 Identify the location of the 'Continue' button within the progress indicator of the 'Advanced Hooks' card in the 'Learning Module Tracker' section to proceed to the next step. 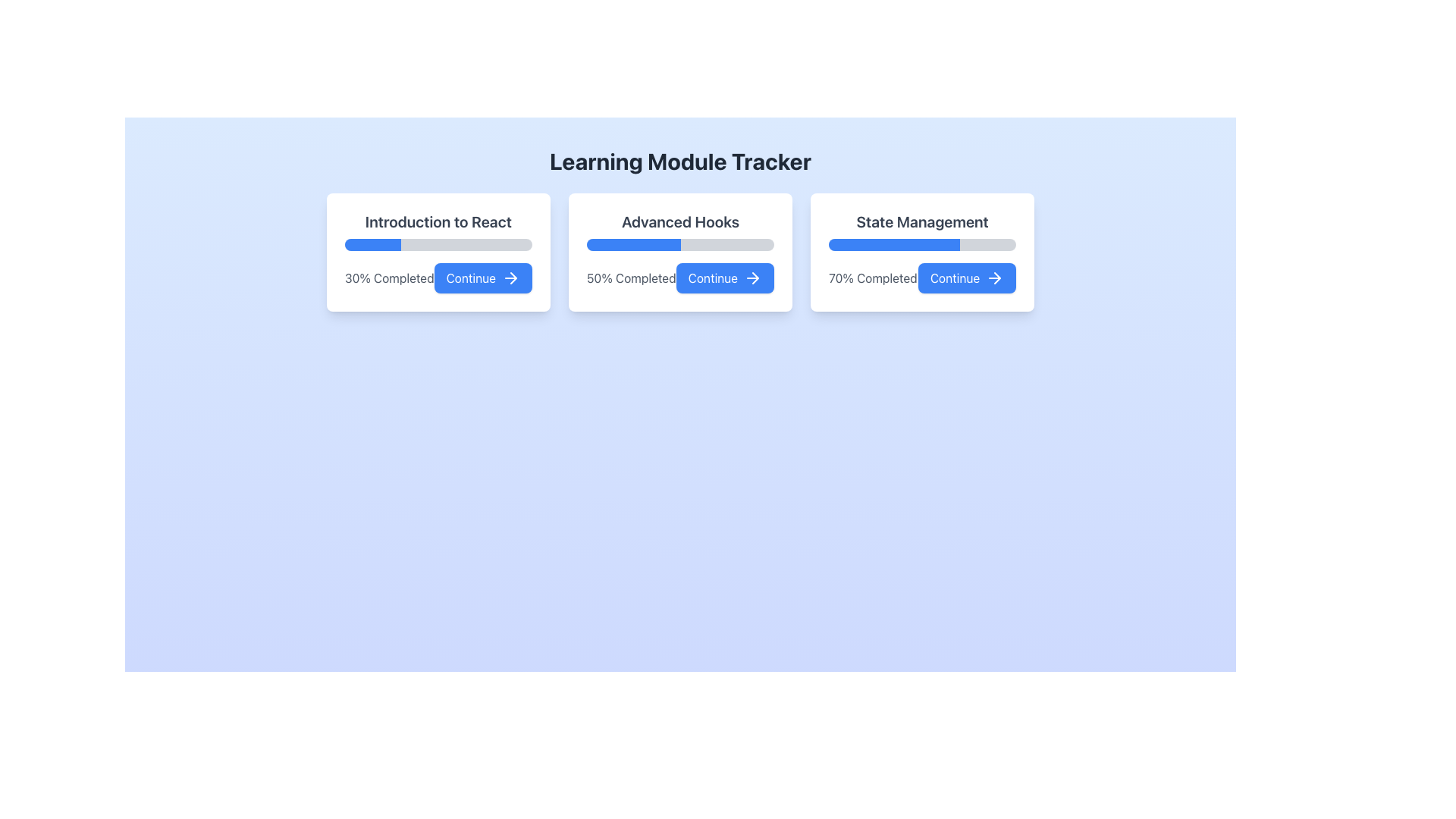
(679, 278).